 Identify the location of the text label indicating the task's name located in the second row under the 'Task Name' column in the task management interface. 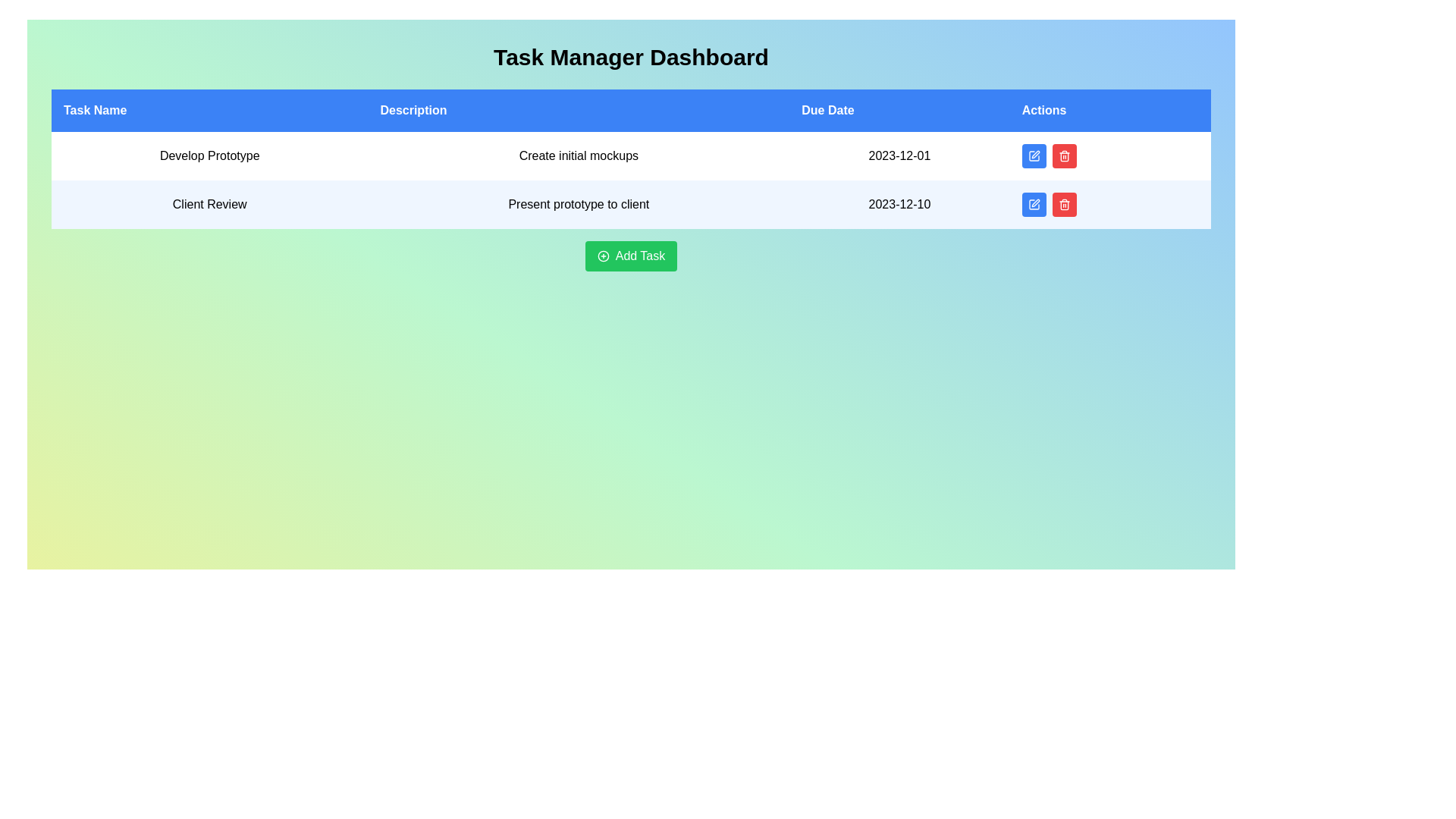
(209, 205).